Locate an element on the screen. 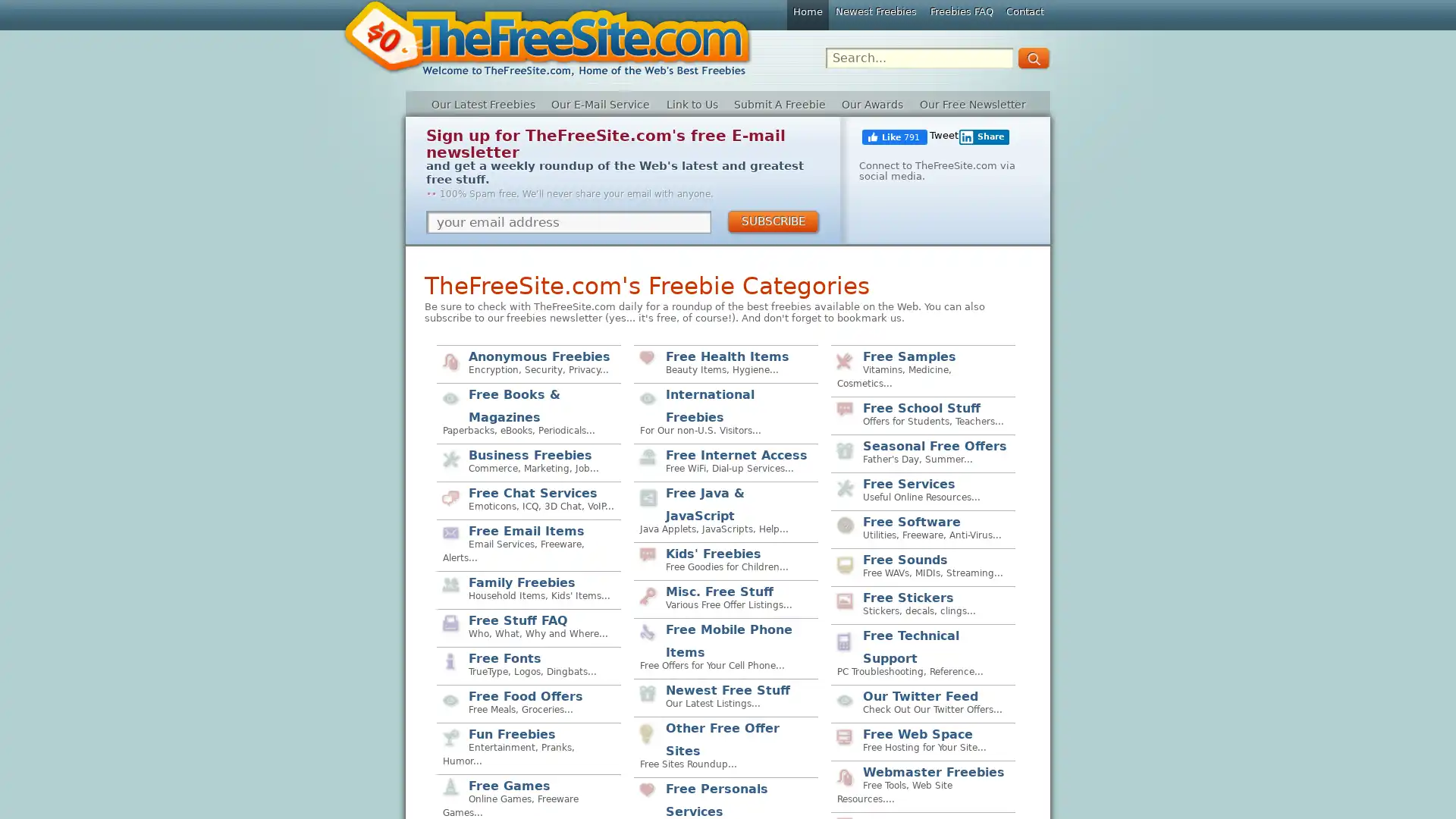  SUBSCRIBE is located at coordinates (773, 221).